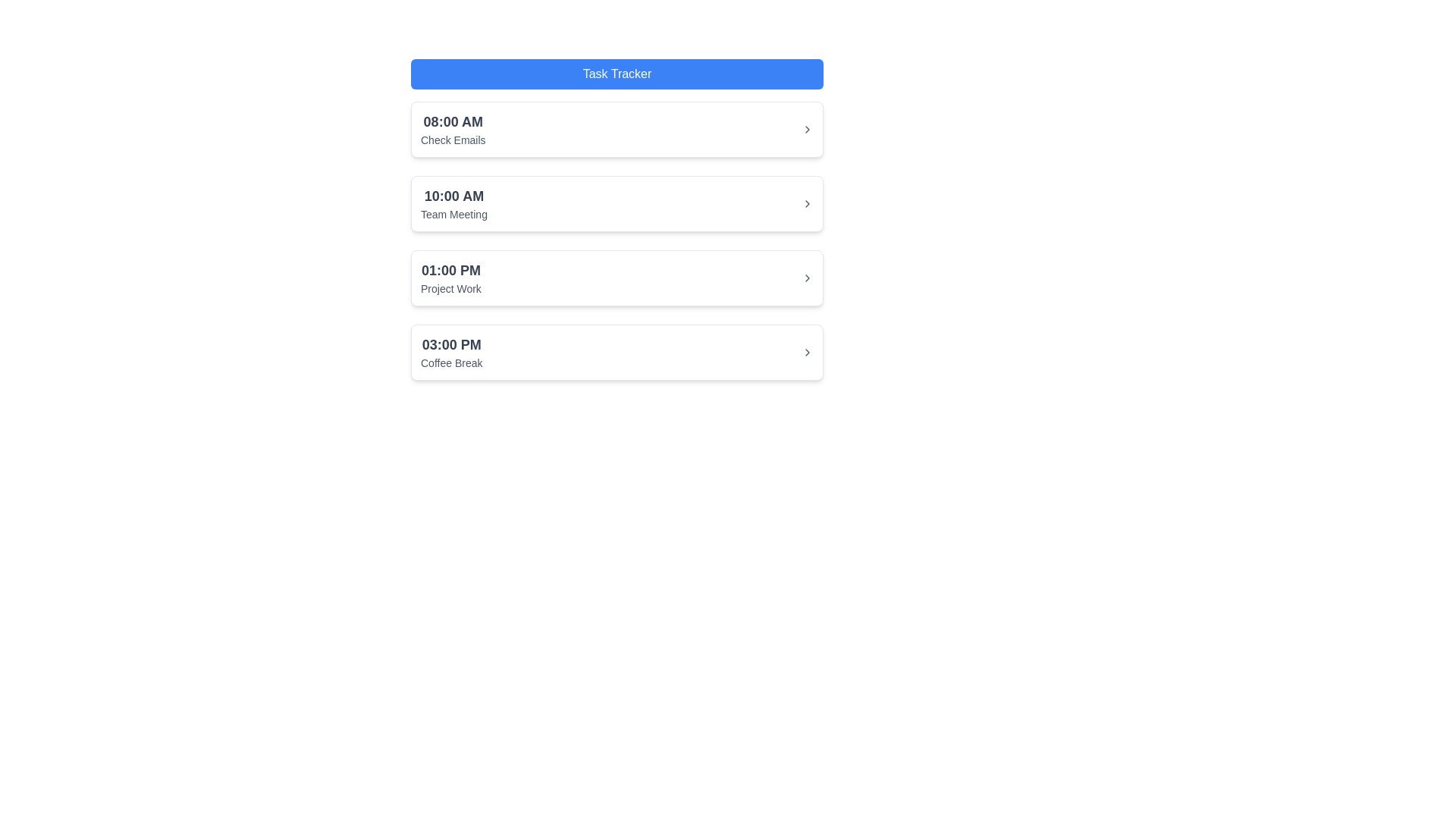  Describe the element at coordinates (617, 219) in the screenshot. I see `the schedule entry for the team meeting at 10:00 AM` at that location.